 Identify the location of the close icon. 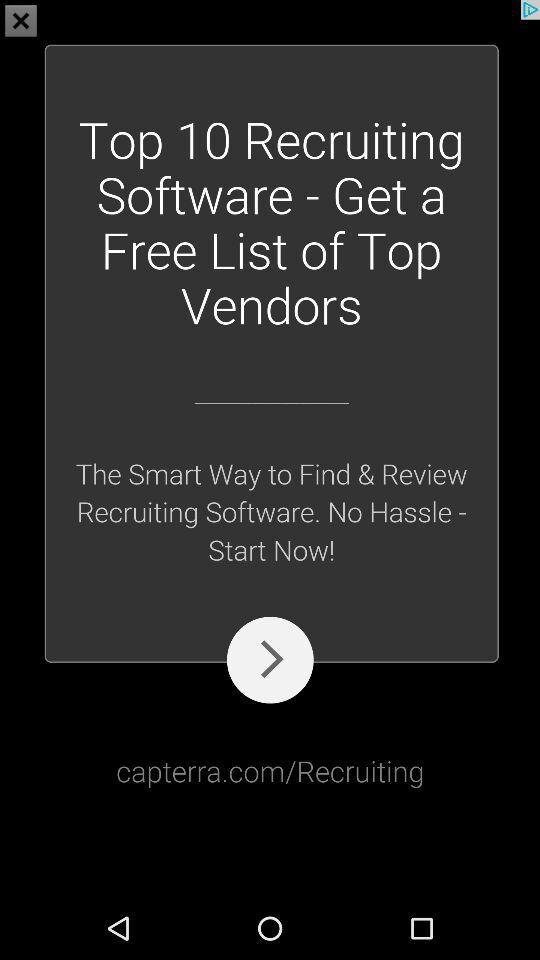
(20, 21).